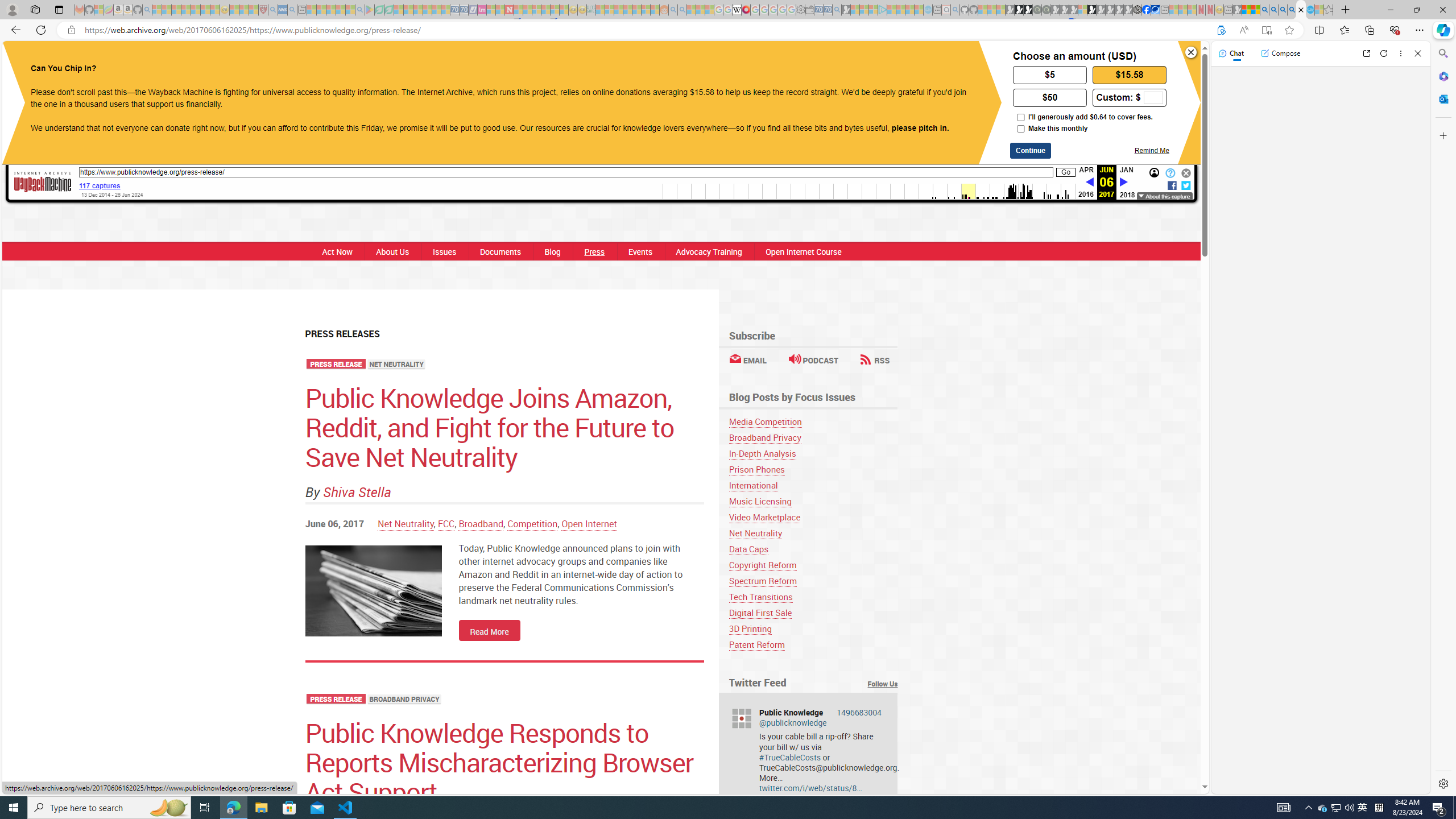  I want to click on '3D Printing', so click(749, 628).